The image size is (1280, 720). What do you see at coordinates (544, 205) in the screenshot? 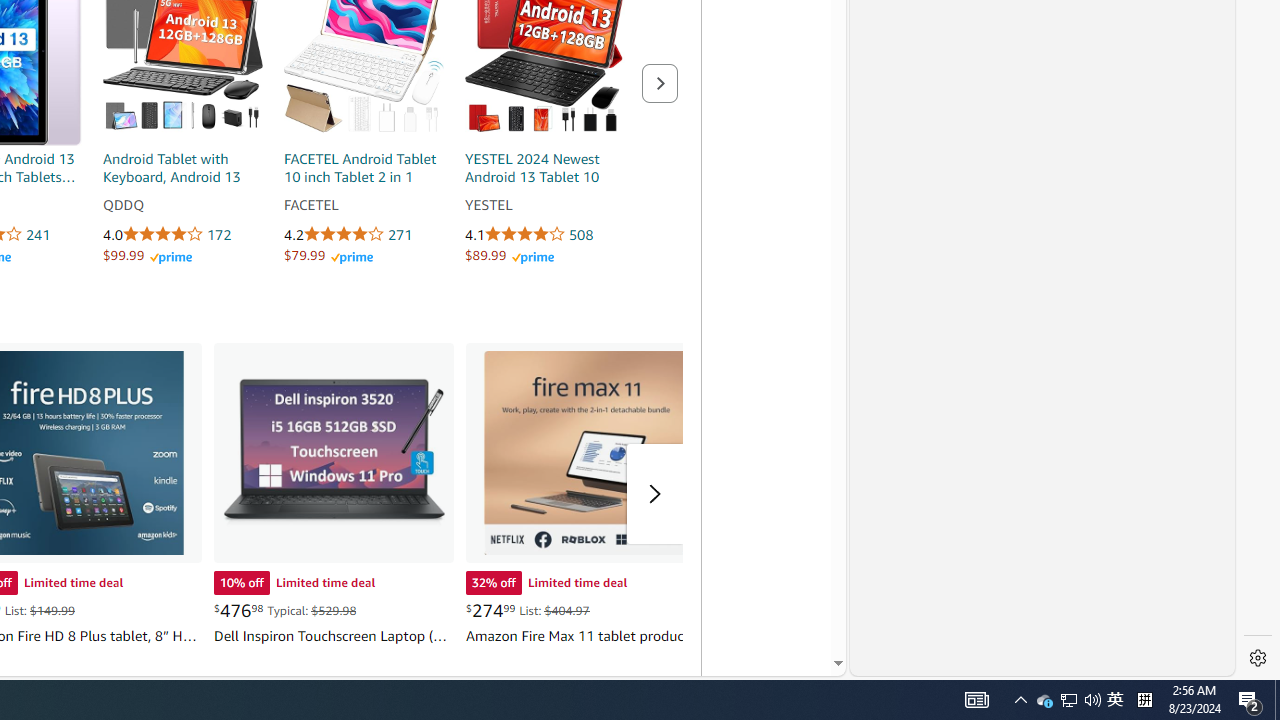
I see `'YESTEL'` at bounding box center [544, 205].